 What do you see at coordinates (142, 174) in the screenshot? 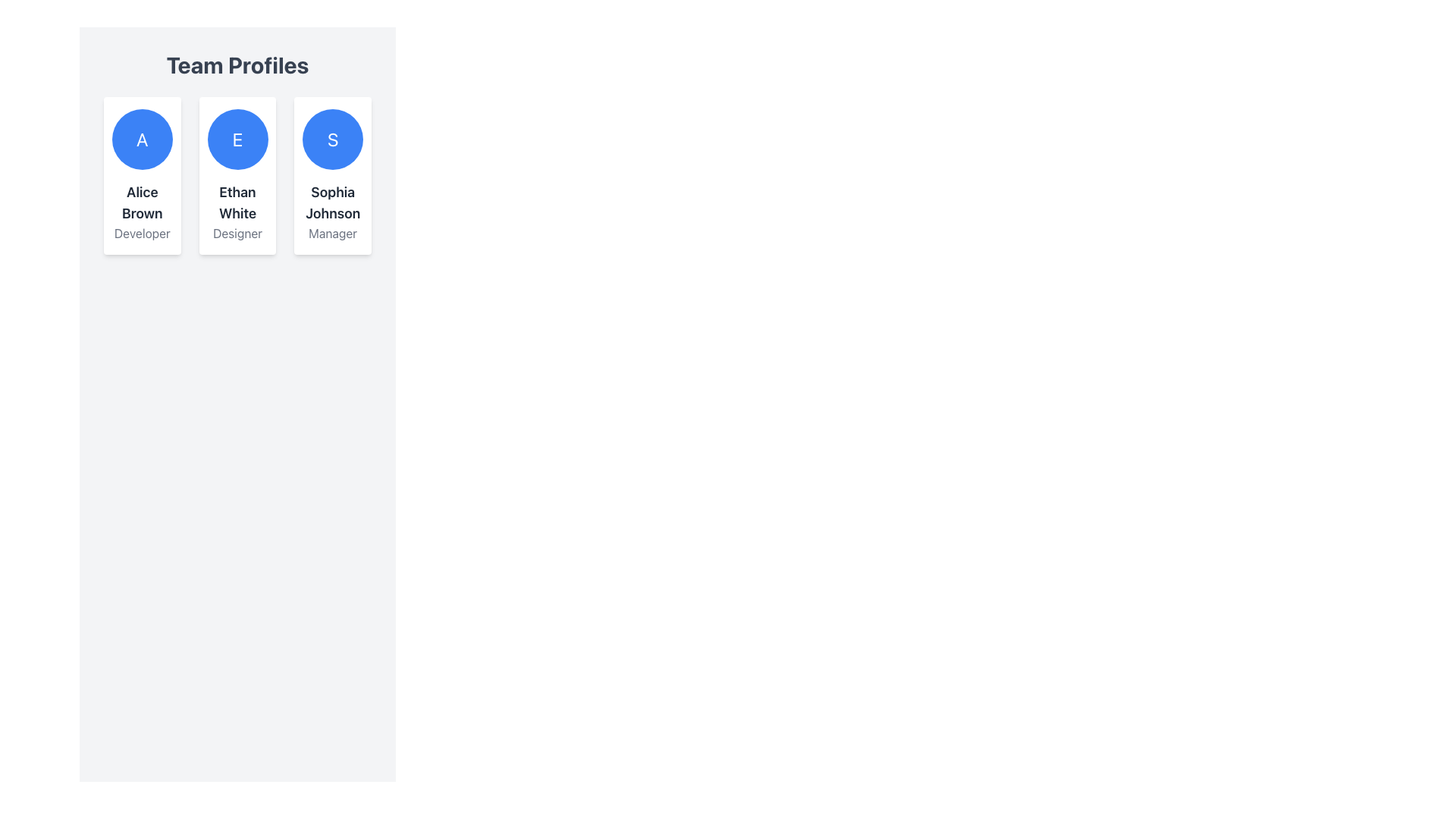
I see `the Profile Card for 'Alice Brown', which features a blue circular area with the letter 'A' in white, followed by the name 'Alice Brown' in bold and 'Developer' in smaller font, all center-aligned against a white background` at bounding box center [142, 174].